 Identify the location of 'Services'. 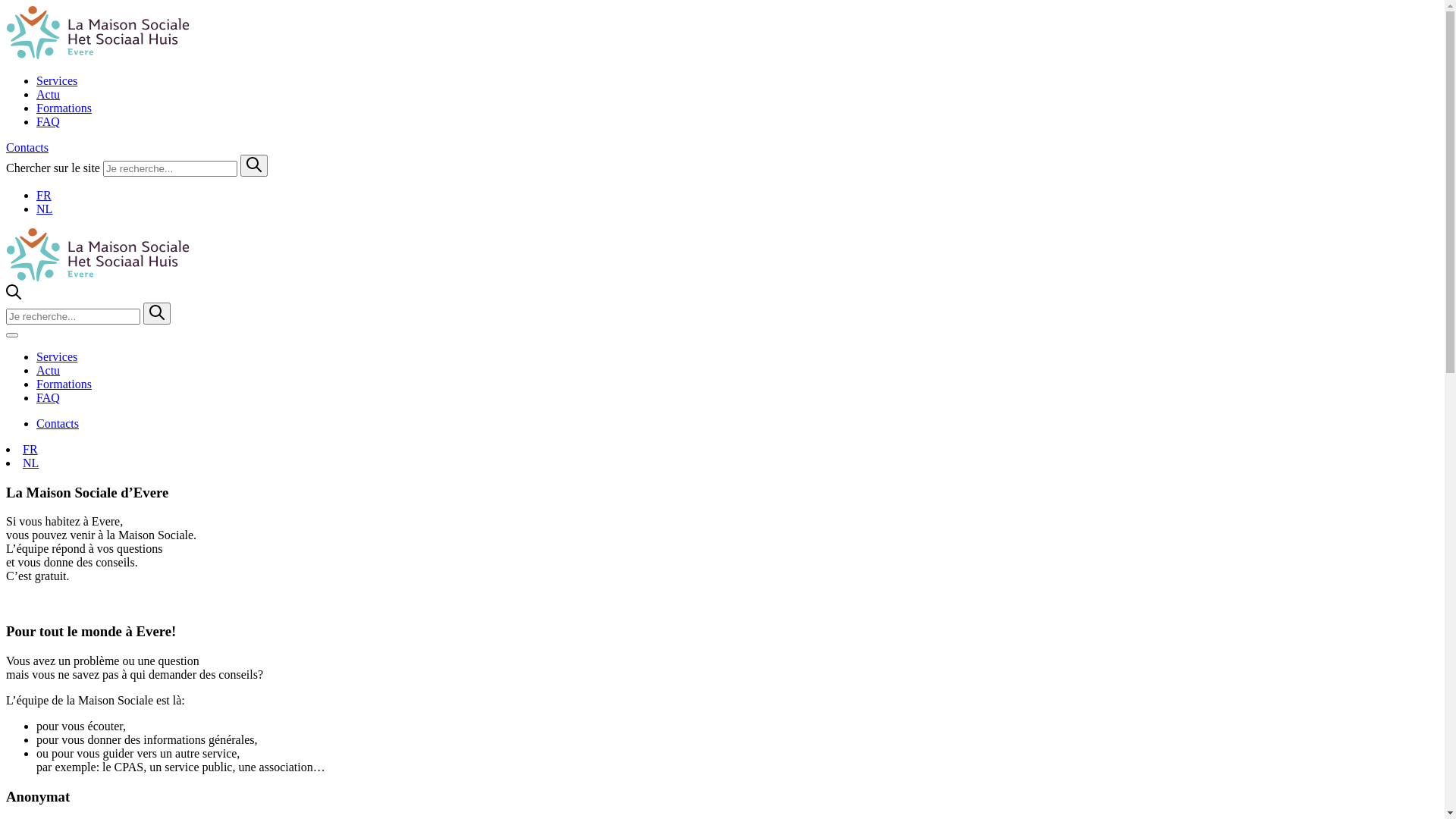
(57, 80).